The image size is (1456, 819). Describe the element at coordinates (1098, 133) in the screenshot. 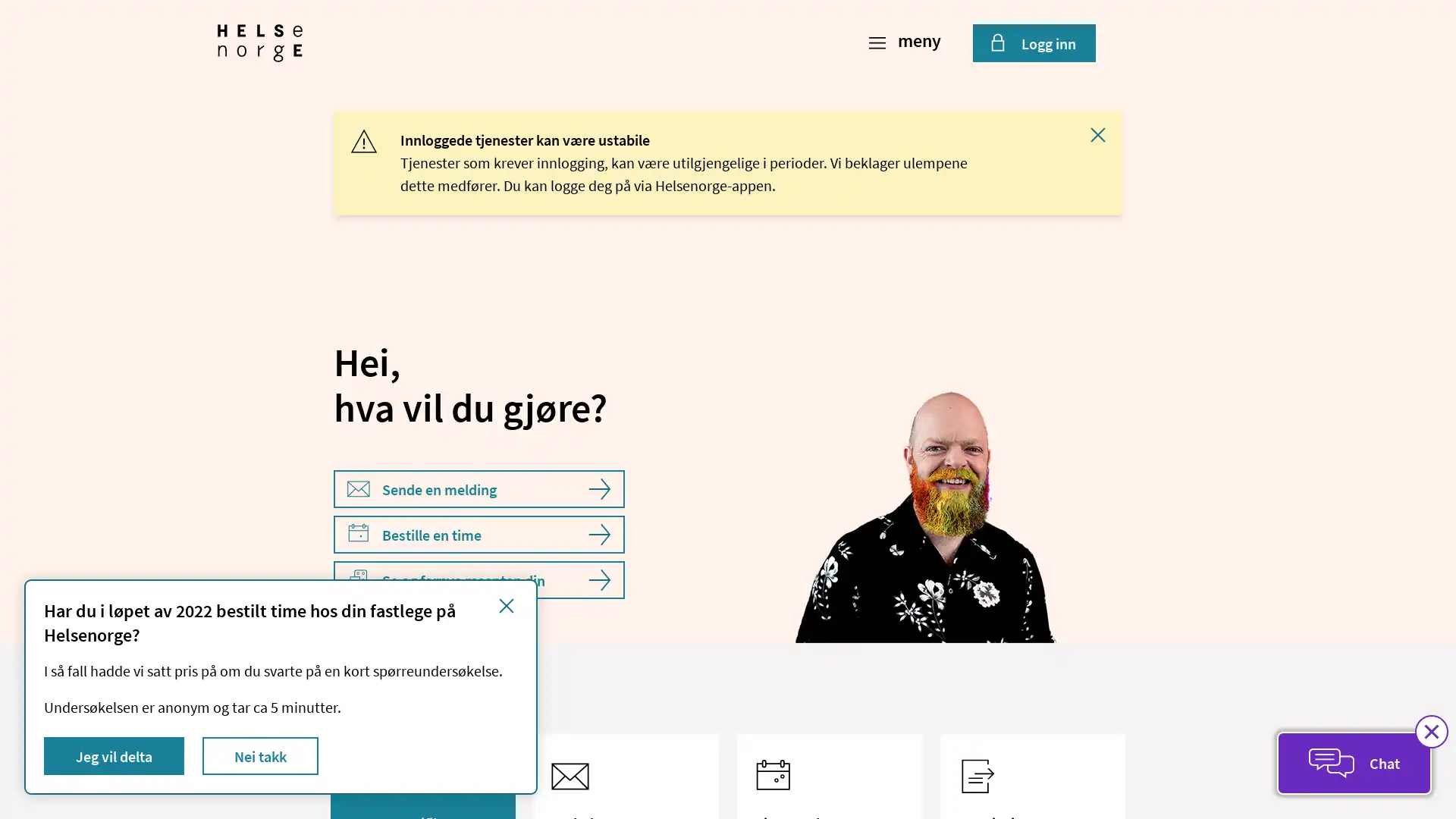

I see `Lukk` at that location.